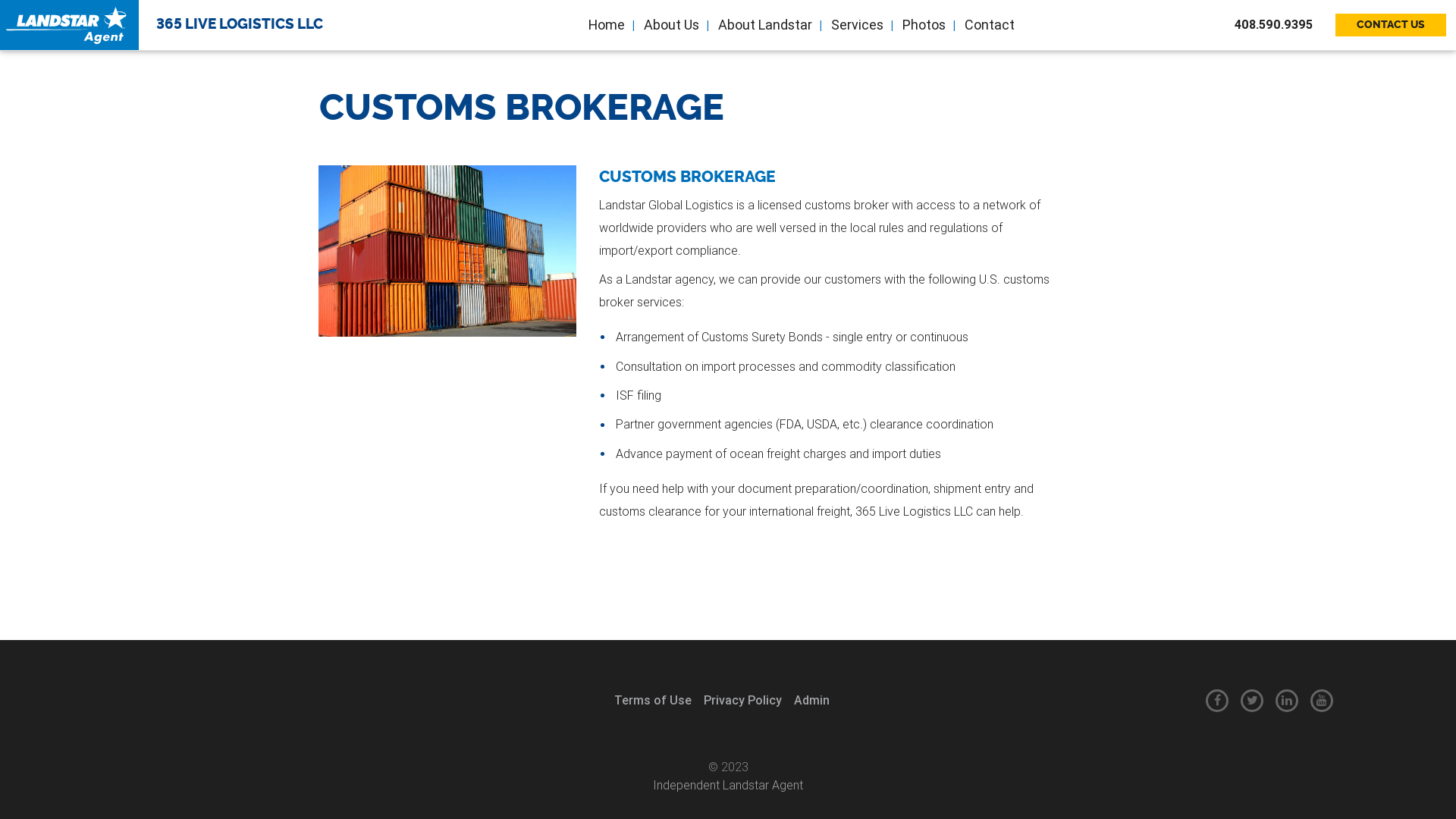 The width and height of the screenshot is (1456, 819). What do you see at coordinates (669, 24) in the screenshot?
I see `'About Us'` at bounding box center [669, 24].